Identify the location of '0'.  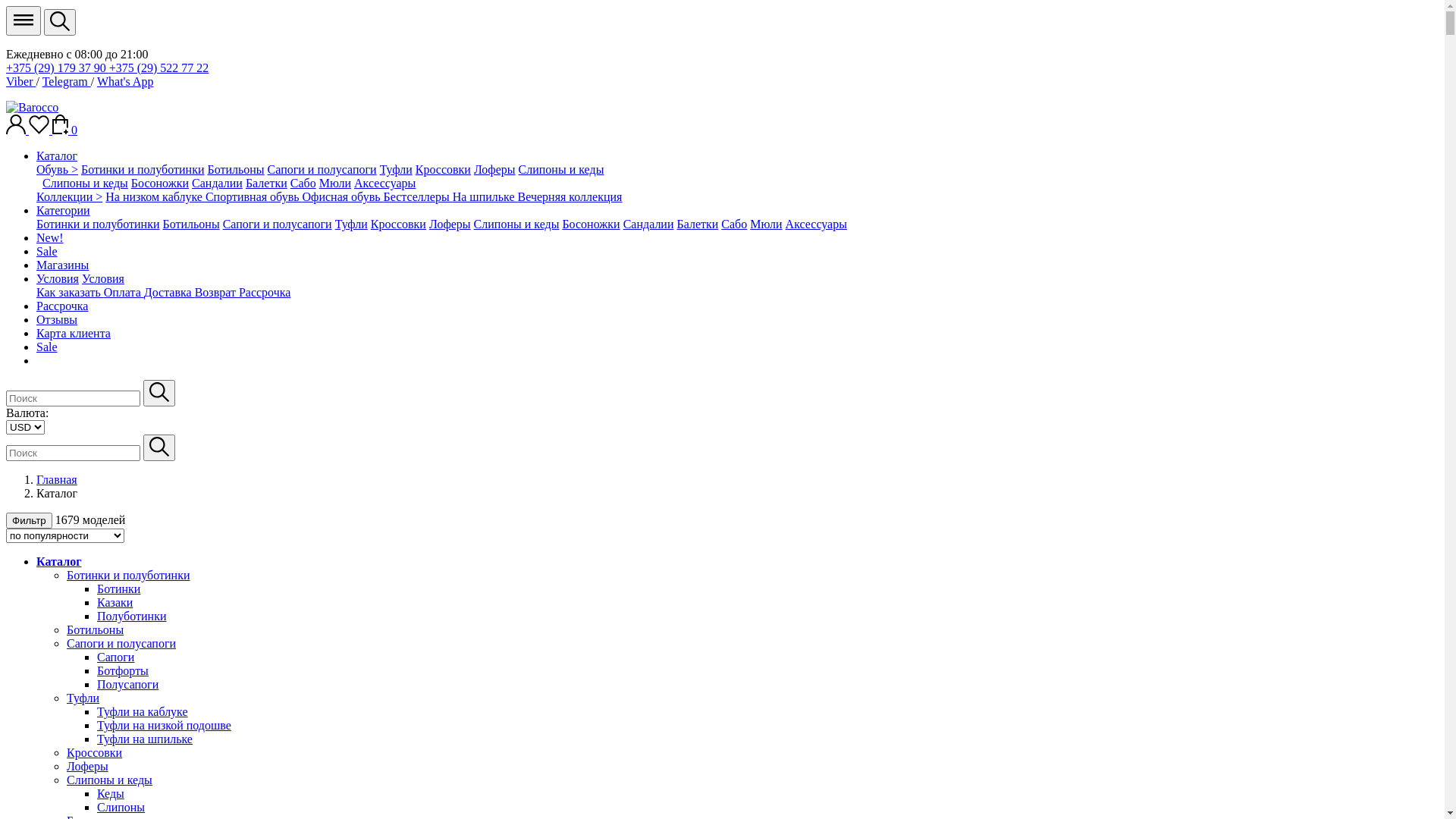
(64, 129).